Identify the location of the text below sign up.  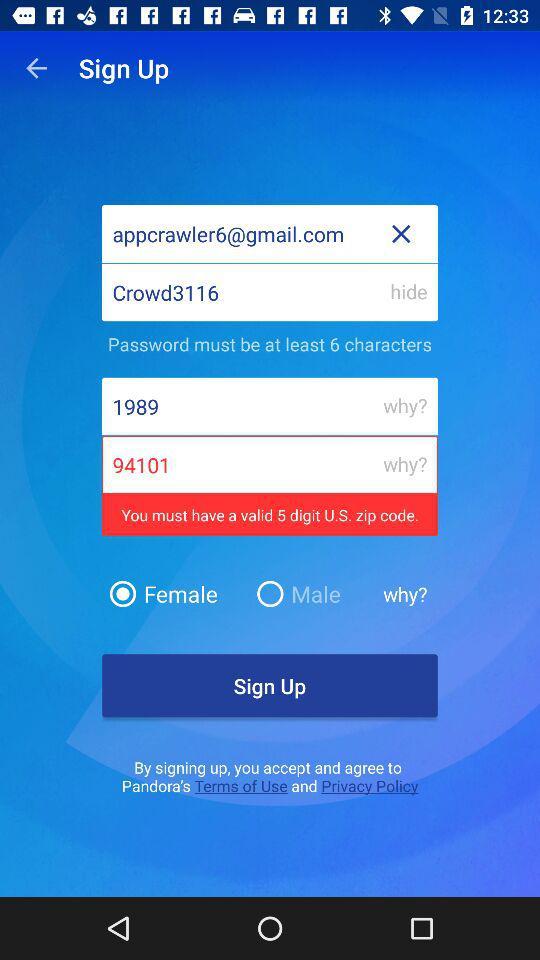
(270, 776).